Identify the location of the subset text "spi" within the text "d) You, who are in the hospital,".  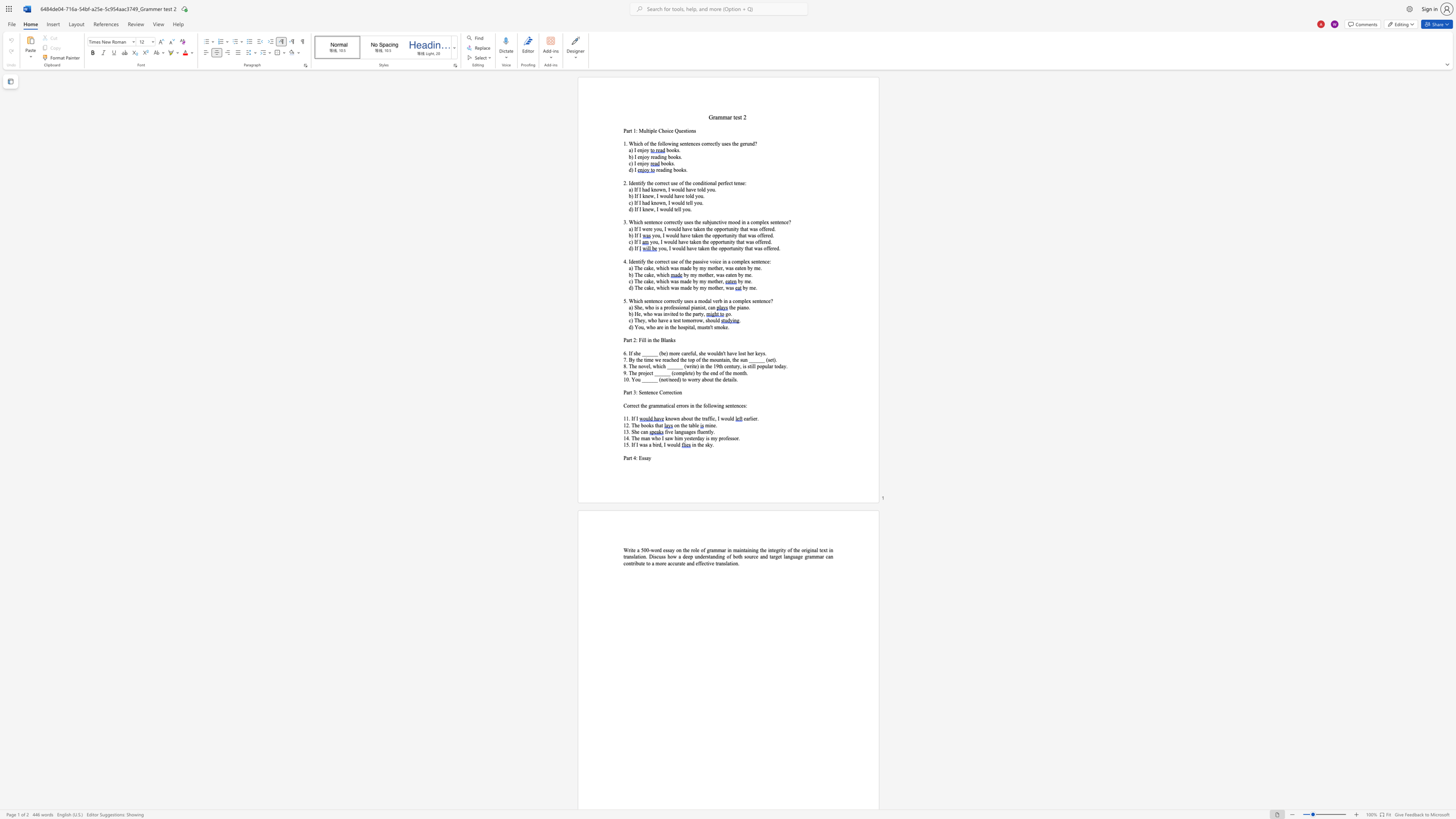
(683, 327).